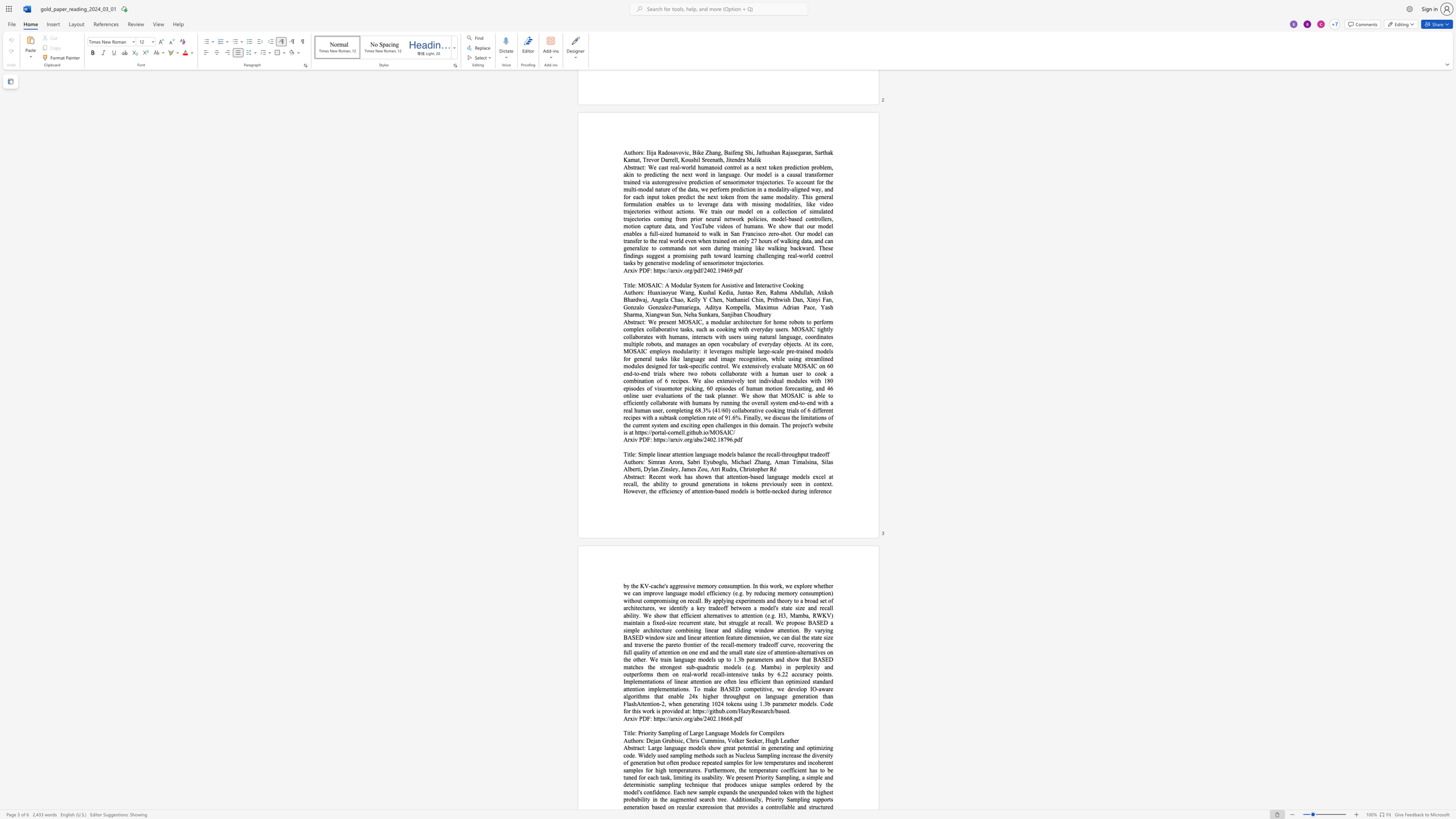  Describe the element at coordinates (639, 476) in the screenshot. I see `the space between the continuous character "a" and "c" in the text` at that location.